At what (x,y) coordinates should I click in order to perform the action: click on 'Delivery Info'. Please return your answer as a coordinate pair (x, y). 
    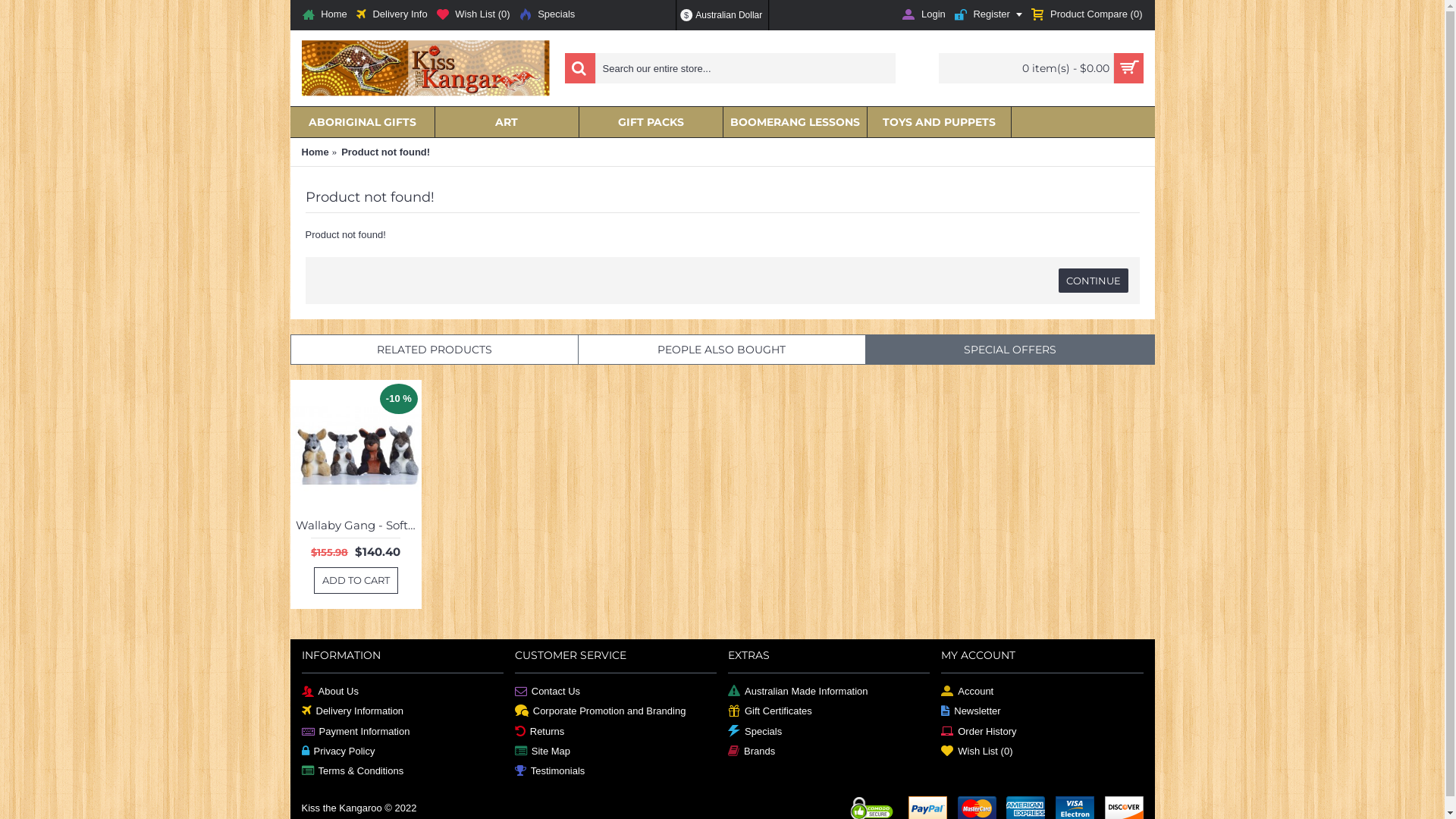
    Looking at the image, I should click on (392, 14).